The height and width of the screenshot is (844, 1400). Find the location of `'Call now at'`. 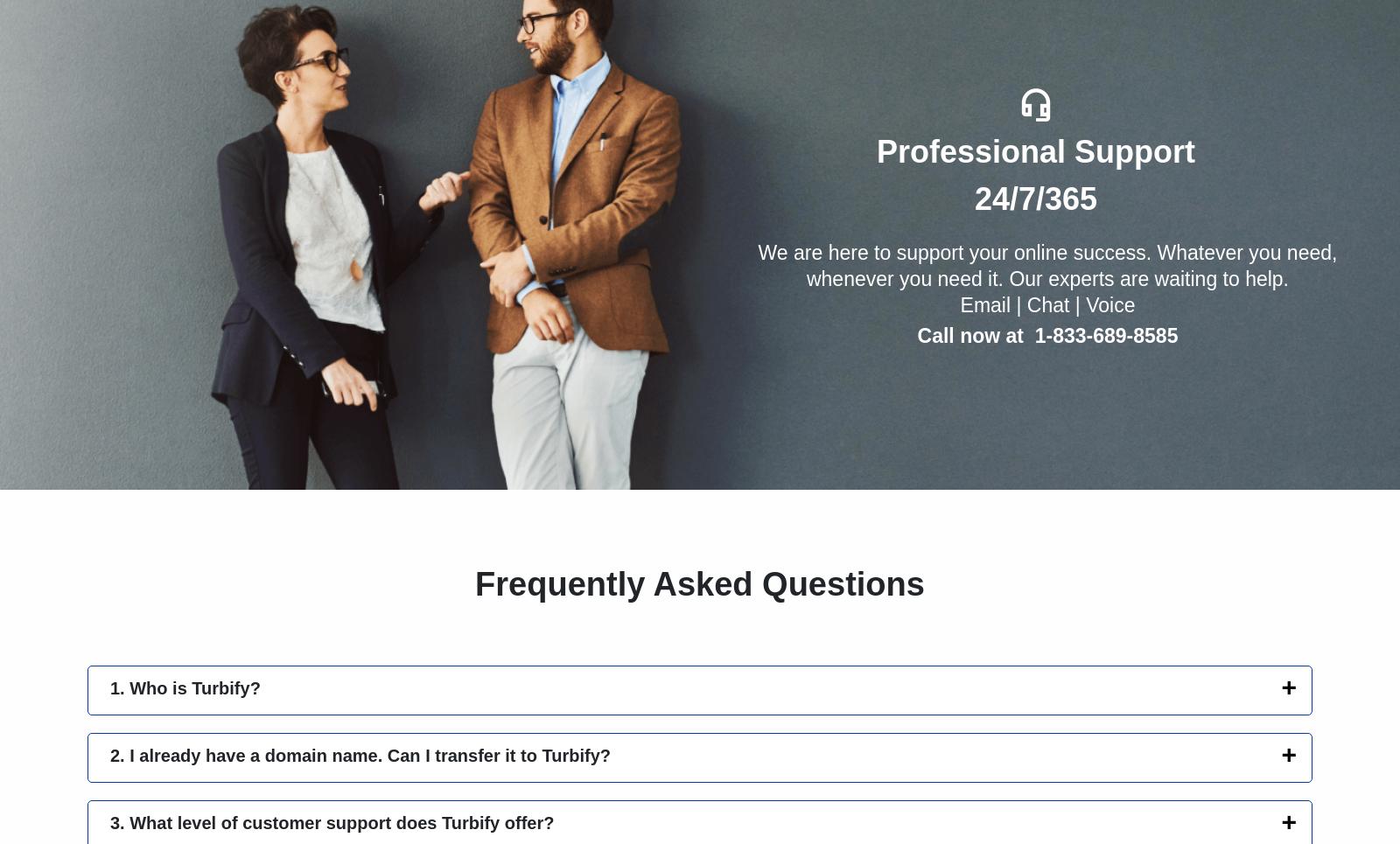

'Call now at' is located at coordinates (917, 334).